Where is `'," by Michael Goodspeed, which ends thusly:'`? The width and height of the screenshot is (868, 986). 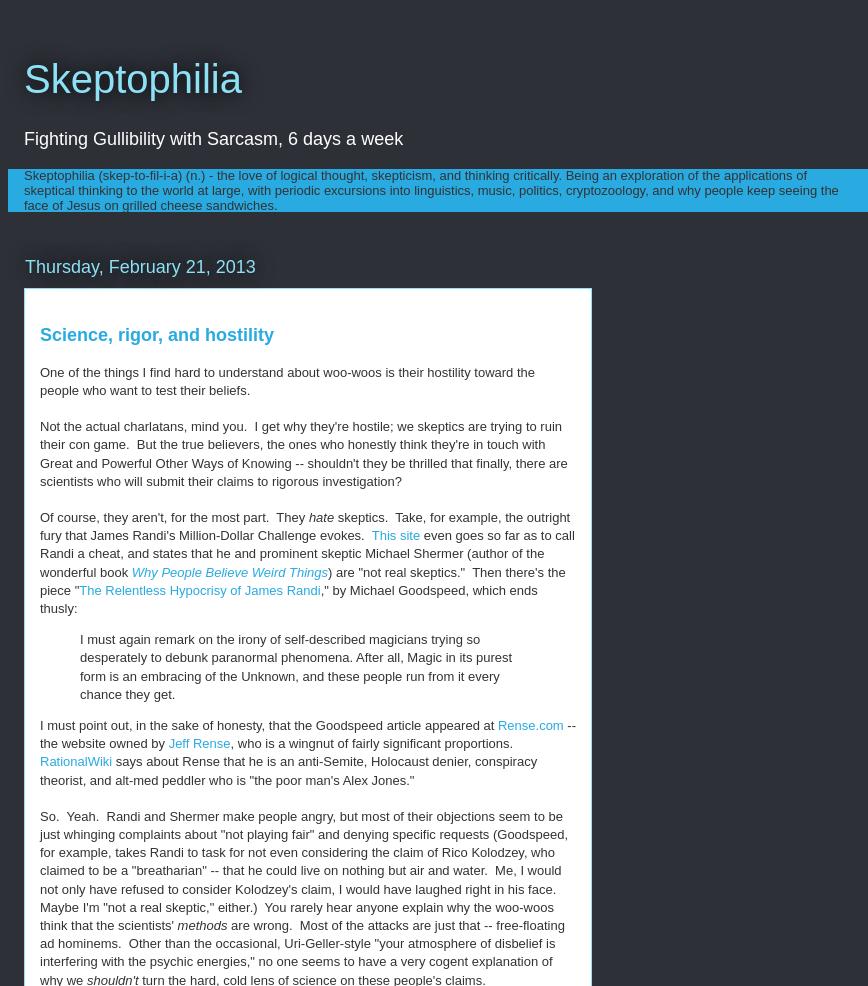 '," by Michael Goodspeed, which ends thusly:' is located at coordinates (288, 598).